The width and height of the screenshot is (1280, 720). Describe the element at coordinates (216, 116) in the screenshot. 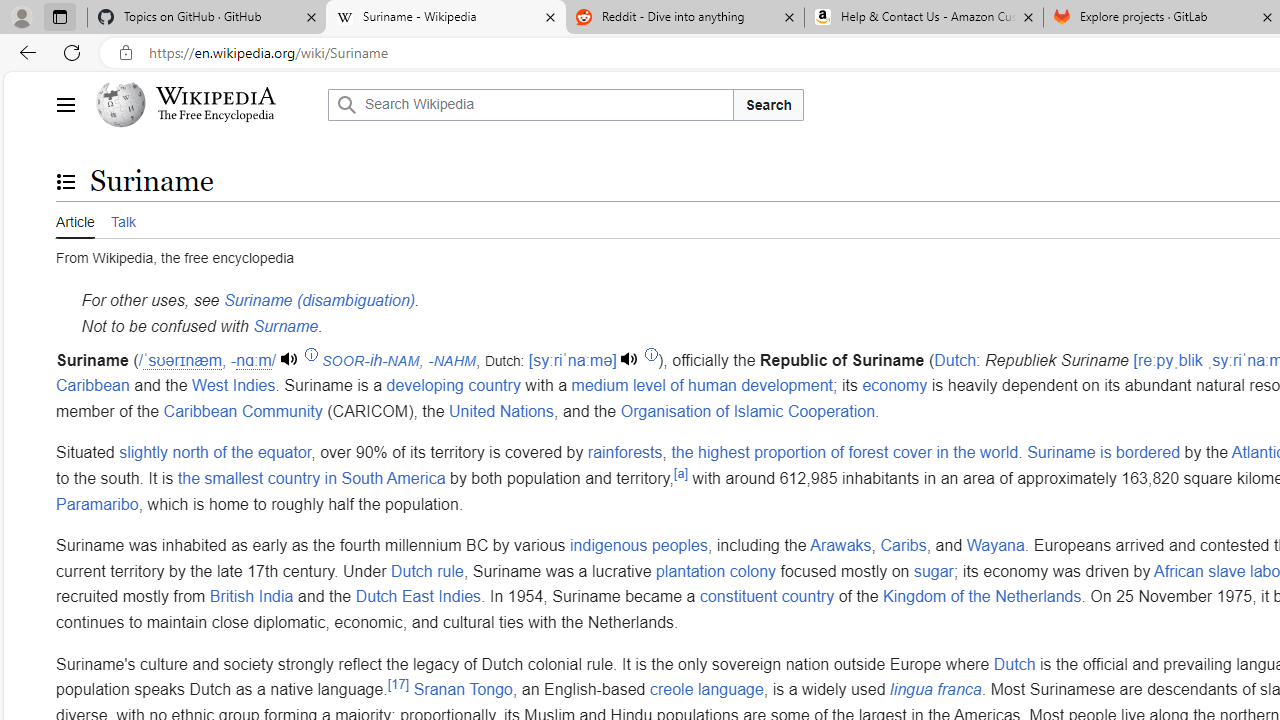

I see `'The Free Encyclopedia'` at that location.